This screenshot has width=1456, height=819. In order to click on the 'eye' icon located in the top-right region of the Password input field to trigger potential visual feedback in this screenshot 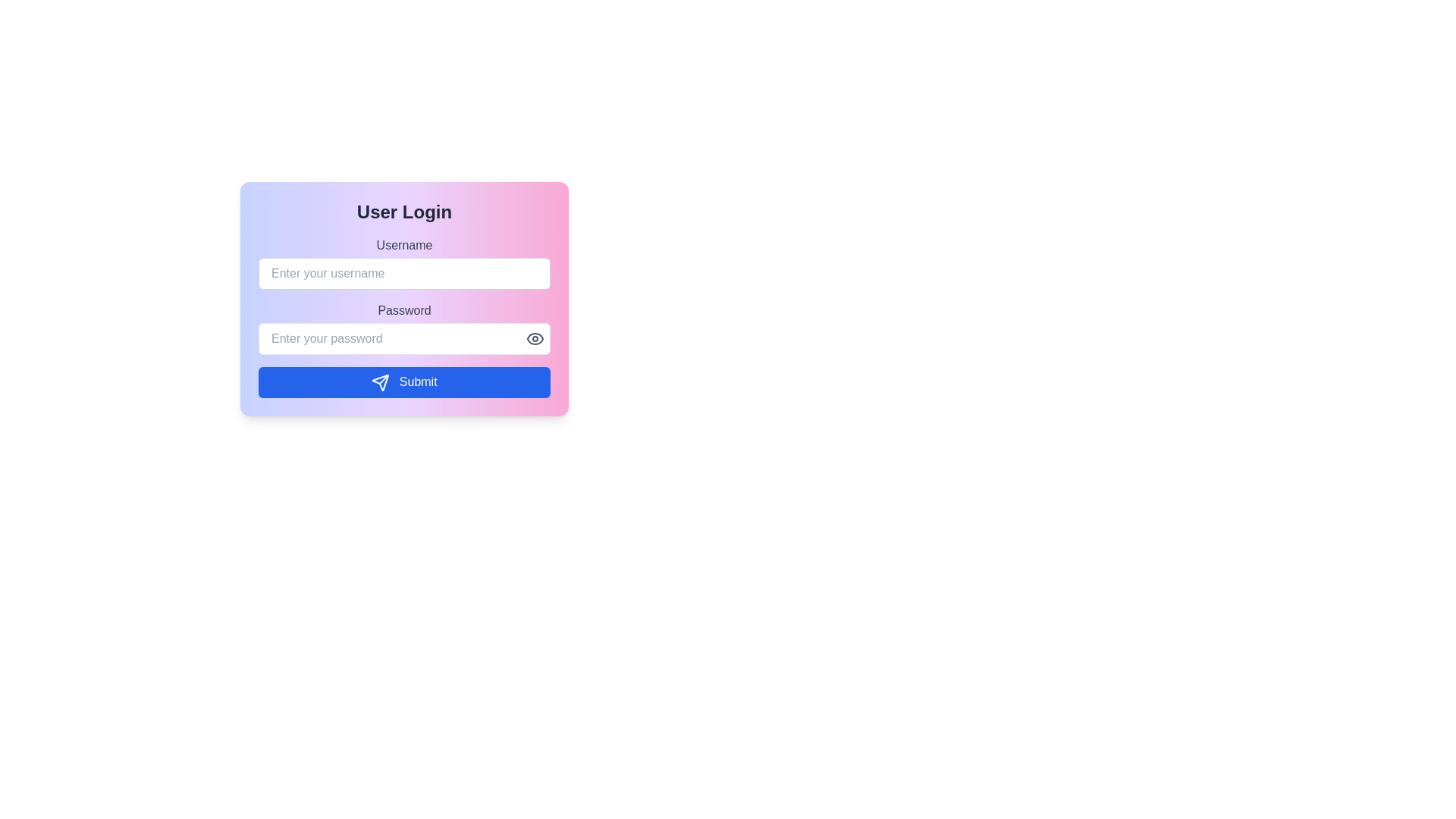, I will do `click(535, 338)`.